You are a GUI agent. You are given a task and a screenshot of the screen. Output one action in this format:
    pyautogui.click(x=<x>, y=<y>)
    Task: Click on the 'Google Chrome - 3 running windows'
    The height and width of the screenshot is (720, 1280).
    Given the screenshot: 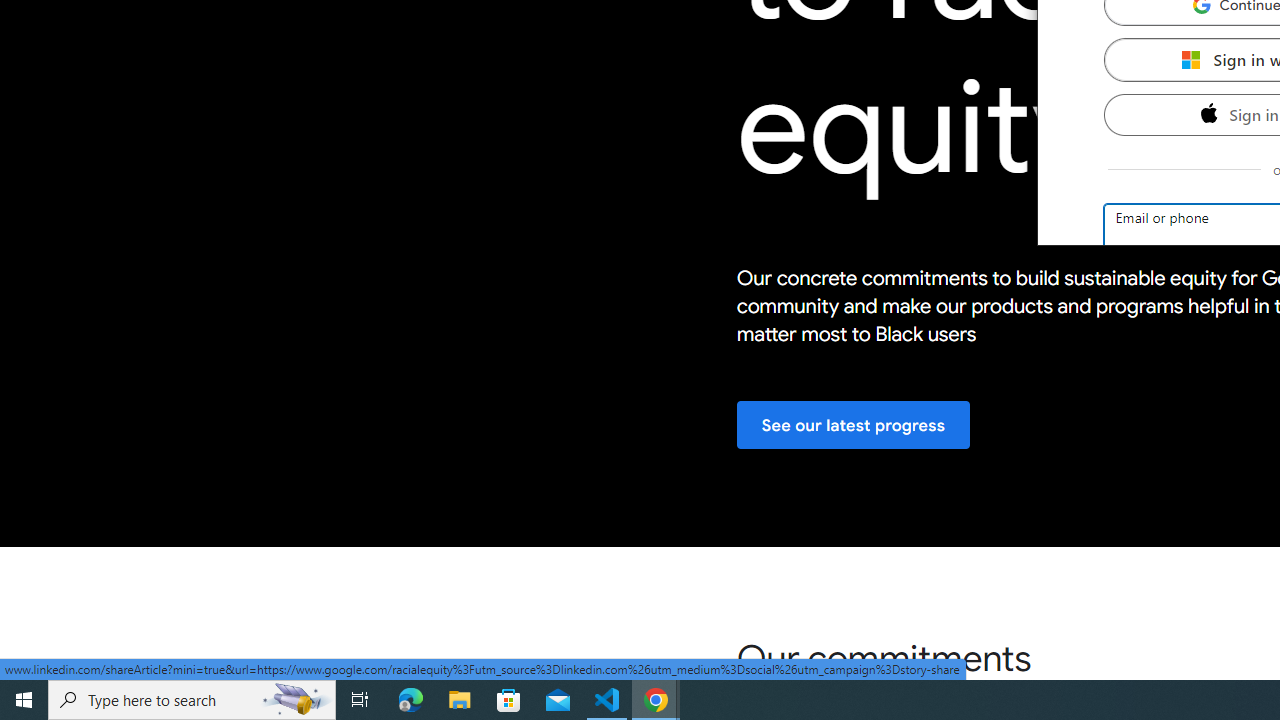 What is the action you would take?
    pyautogui.click(x=656, y=698)
    